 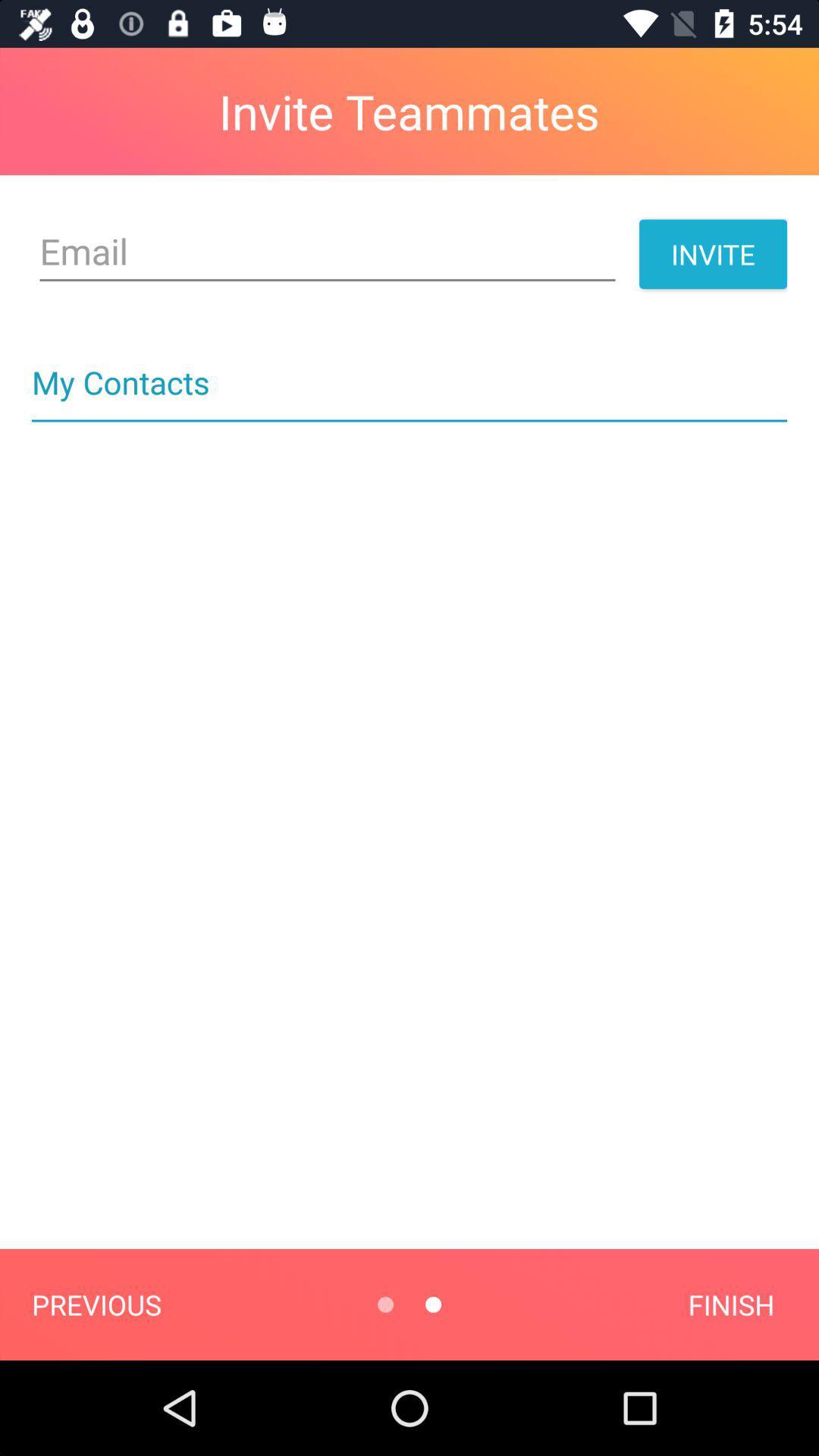 I want to click on my contacts icon, so click(x=409, y=366).